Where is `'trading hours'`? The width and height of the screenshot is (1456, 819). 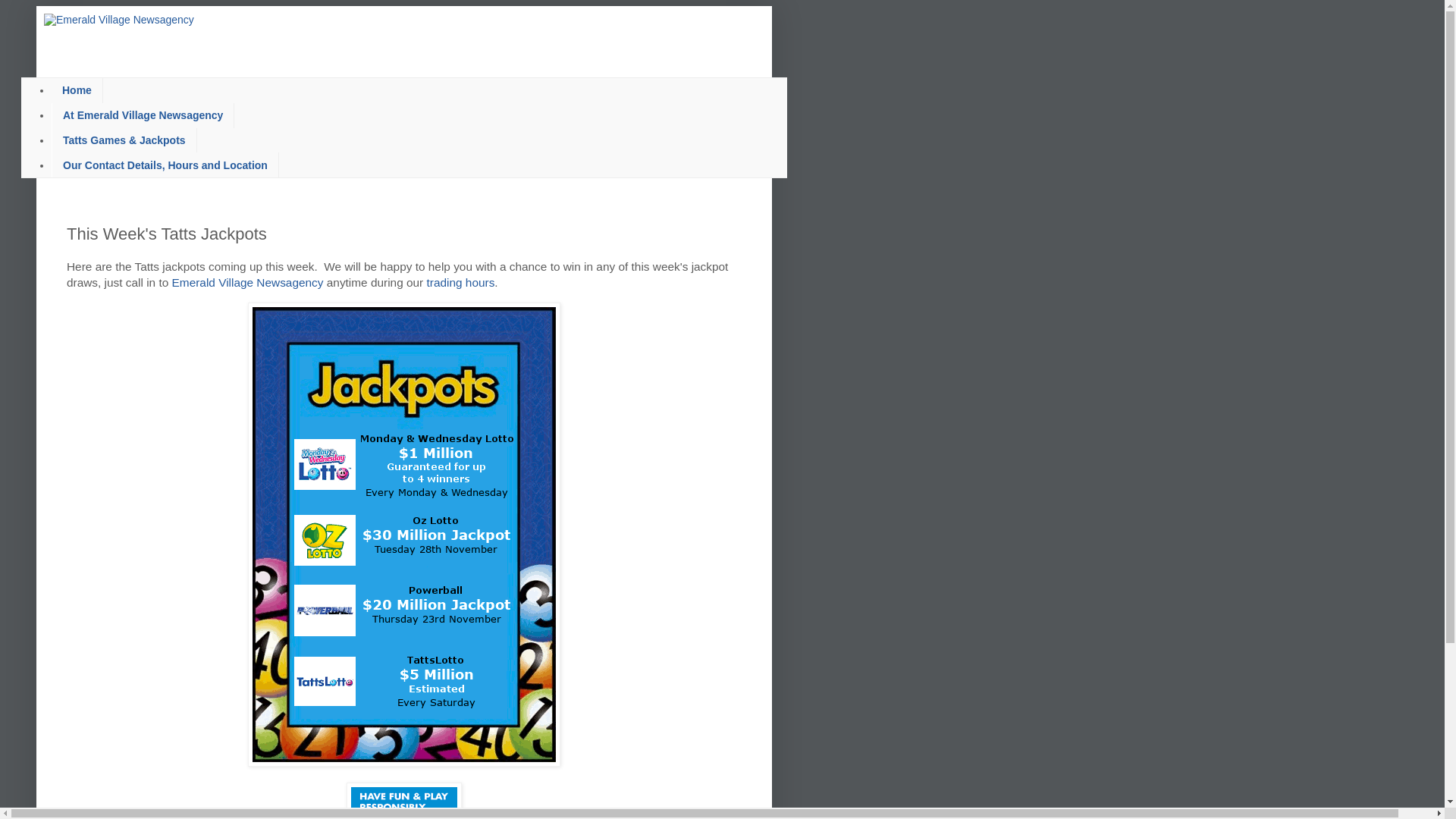
'trading hours' is located at coordinates (460, 282).